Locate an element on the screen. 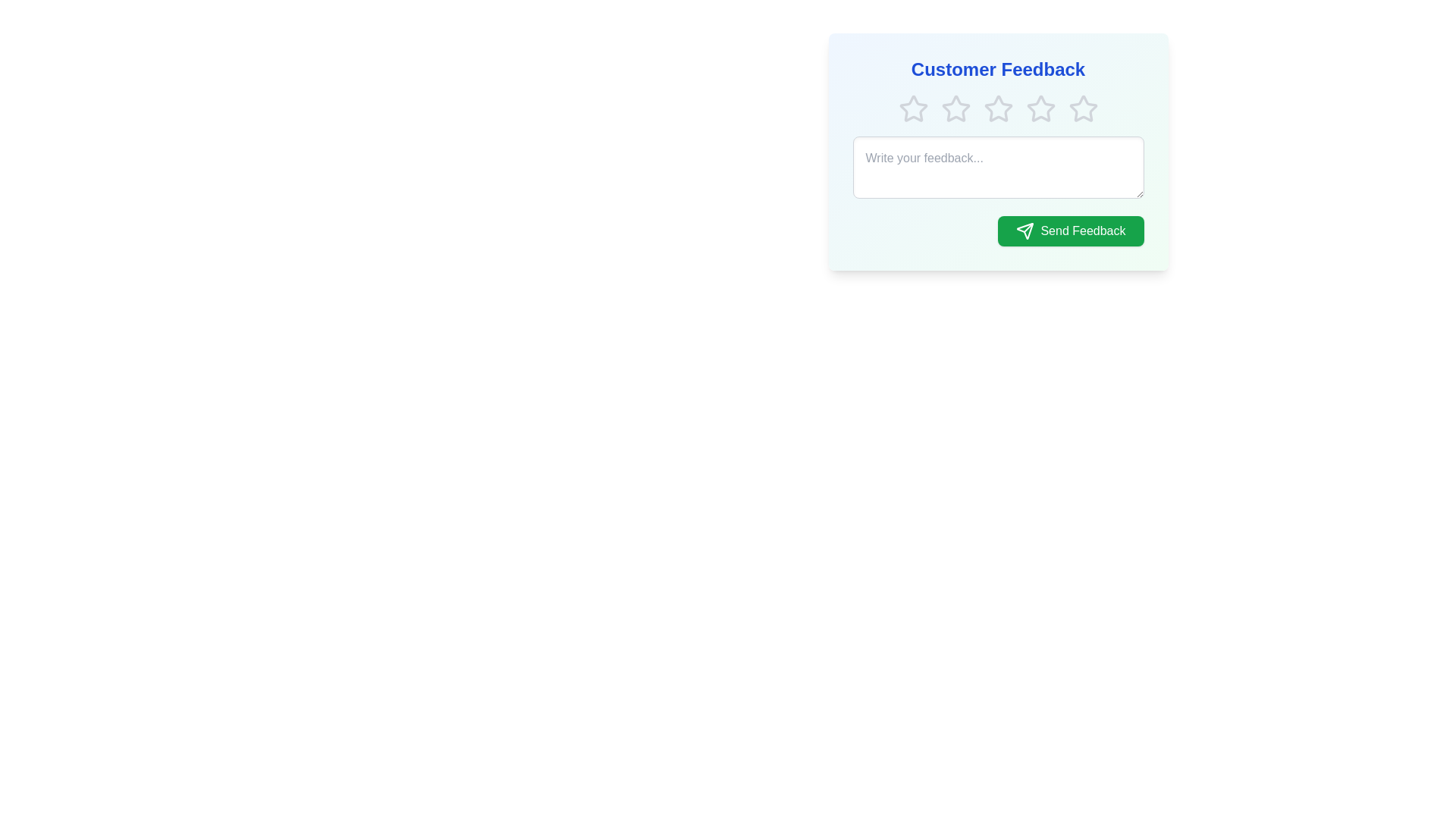 The image size is (1456, 819). the star corresponding to the desired rating 1 is located at coordinates (912, 108).